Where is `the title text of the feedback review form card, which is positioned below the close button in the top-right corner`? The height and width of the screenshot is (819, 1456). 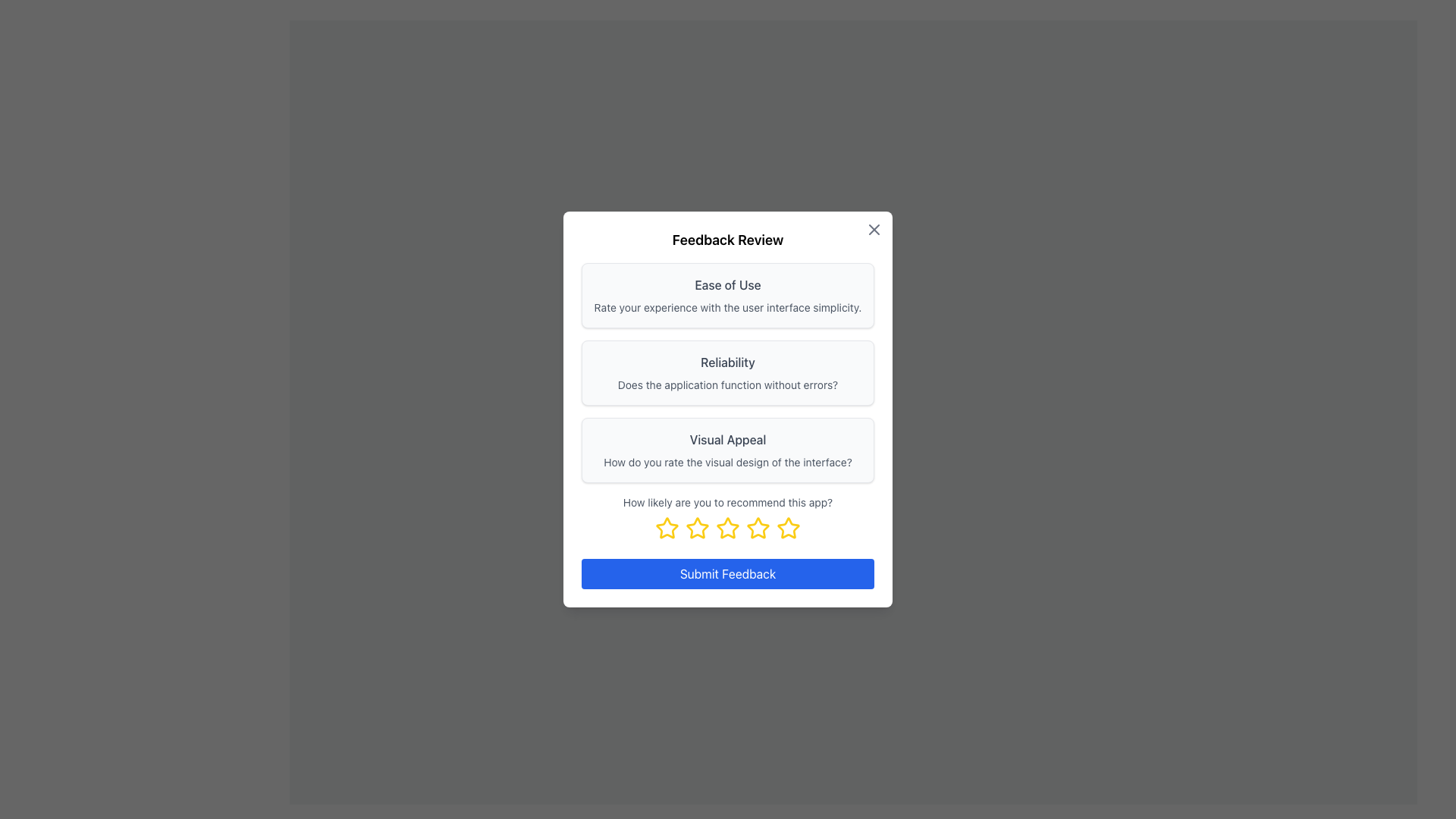 the title text of the feedback review form card, which is positioned below the close button in the top-right corner is located at coordinates (728, 239).